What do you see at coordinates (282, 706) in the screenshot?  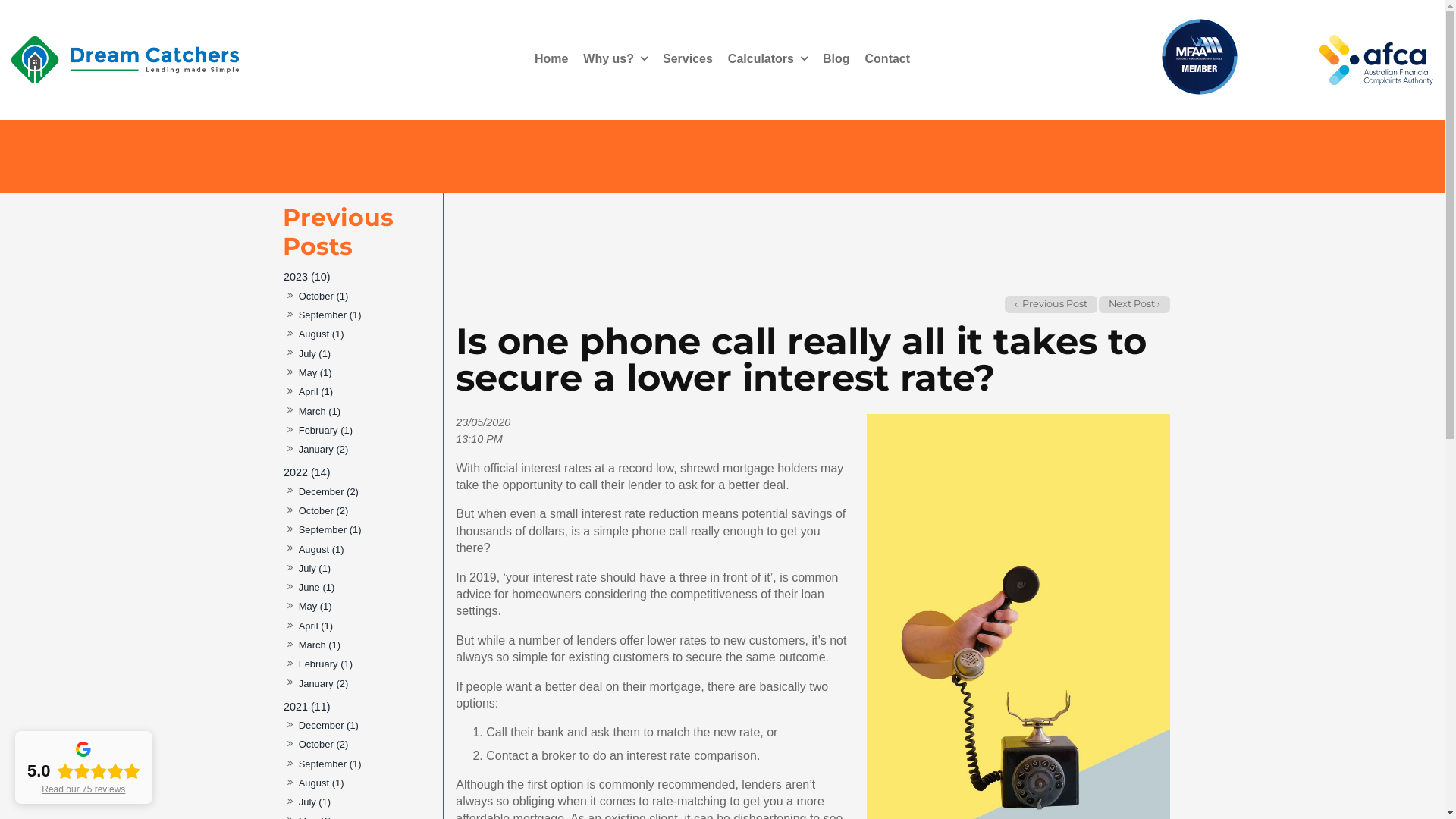 I see `'2021 (11)'` at bounding box center [282, 706].